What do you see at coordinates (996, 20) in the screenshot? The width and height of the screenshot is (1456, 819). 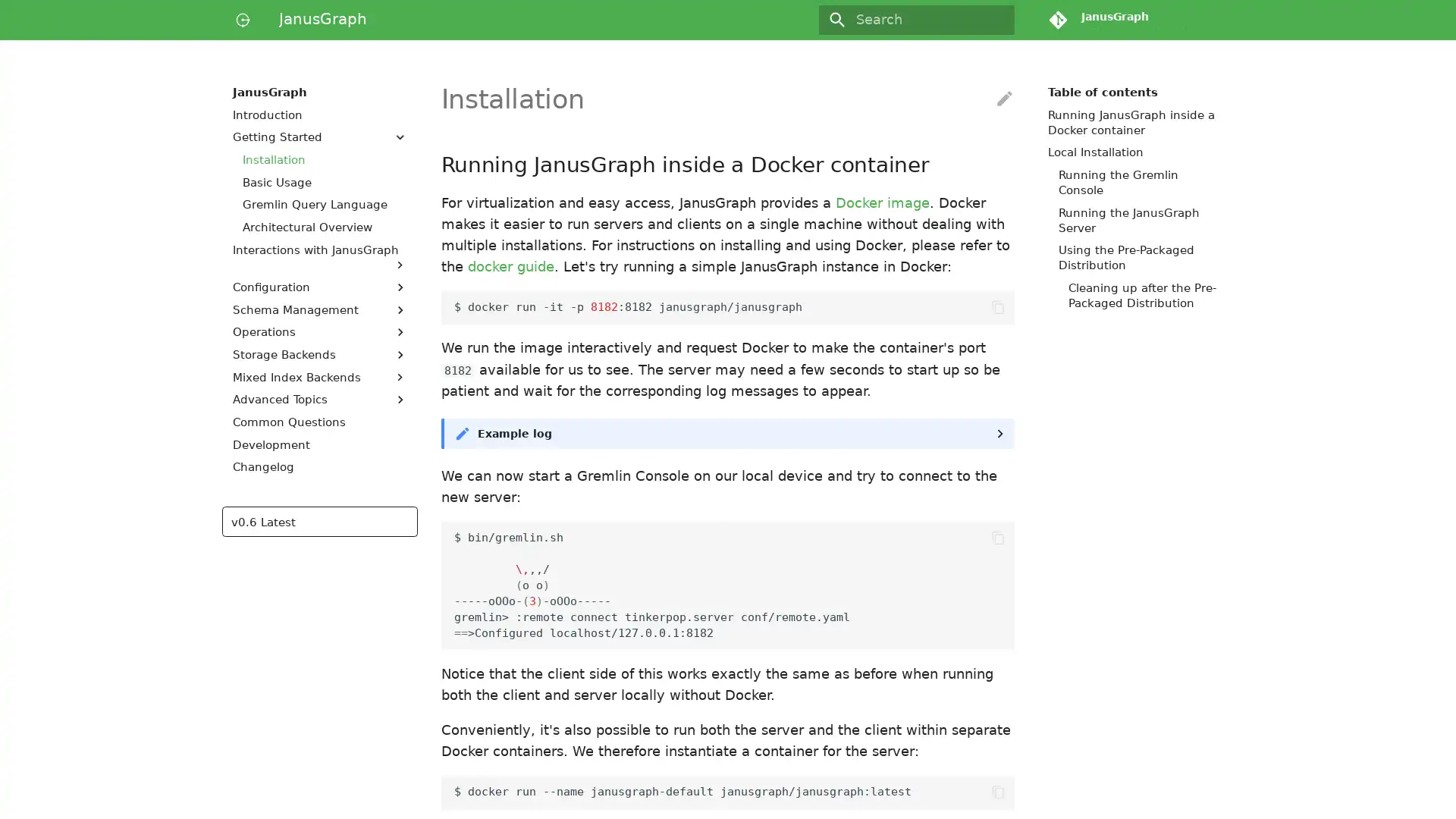 I see `Clear` at bounding box center [996, 20].